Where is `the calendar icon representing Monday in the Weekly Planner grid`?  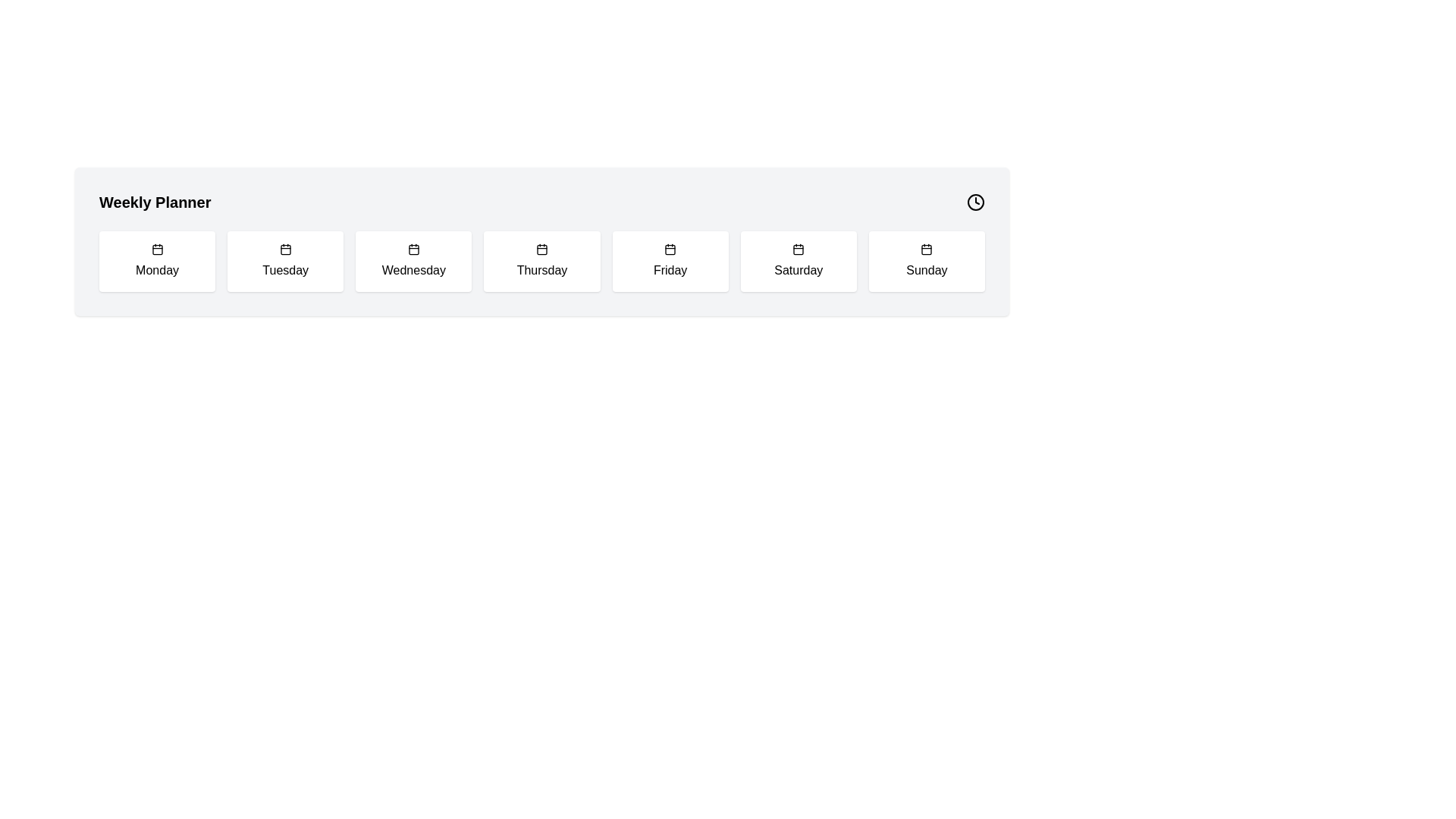
the calendar icon representing Monday in the Weekly Planner grid is located at coordinates (157, 248).